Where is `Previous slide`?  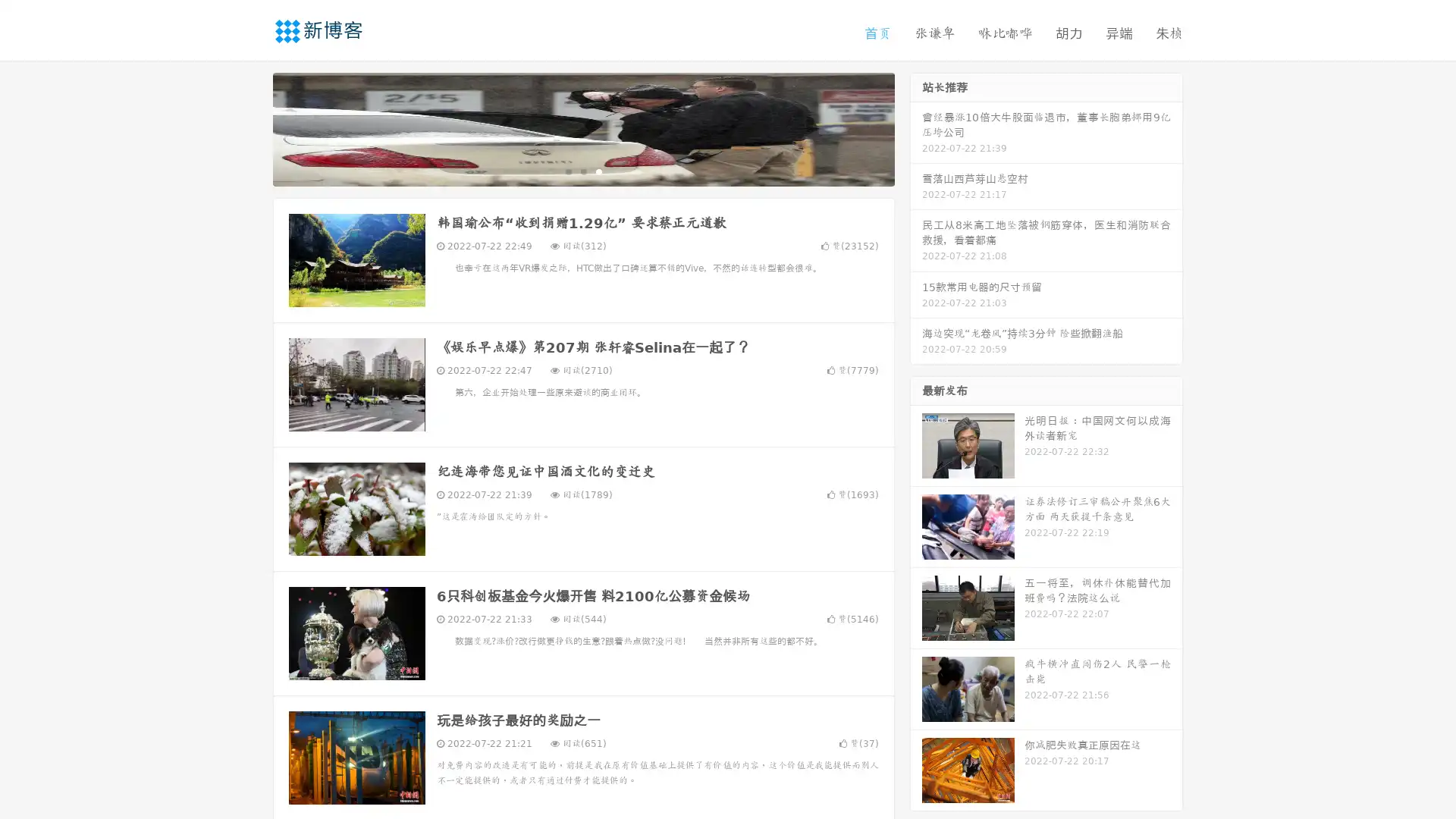 Previous slide is located at coordinates (250, 127).